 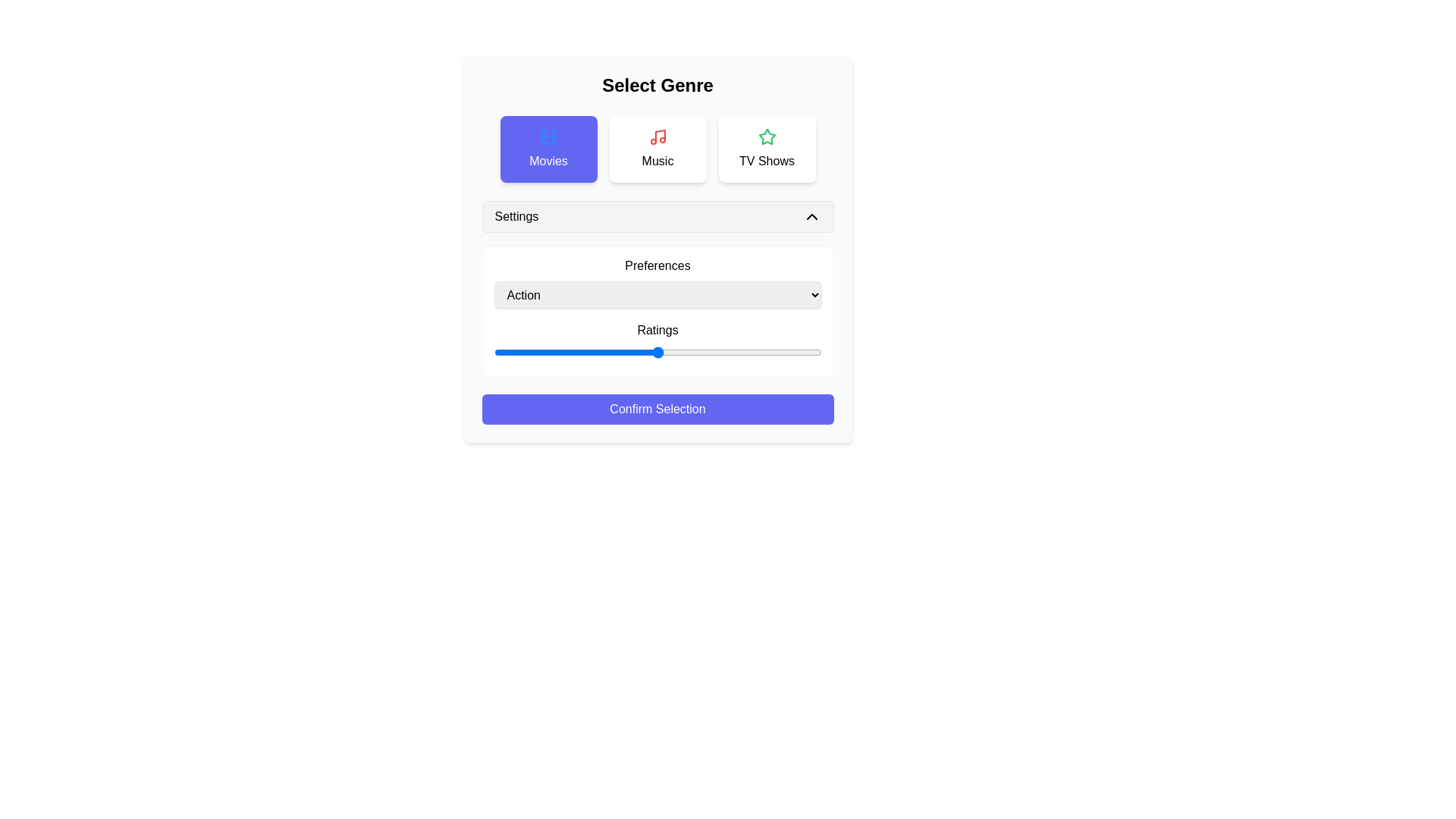 I want to click on the 'Movies' text label which is styled with a medium font and positioned at the bottom center of a card with a purple background and rounded corners, so click(x=548, y=161).